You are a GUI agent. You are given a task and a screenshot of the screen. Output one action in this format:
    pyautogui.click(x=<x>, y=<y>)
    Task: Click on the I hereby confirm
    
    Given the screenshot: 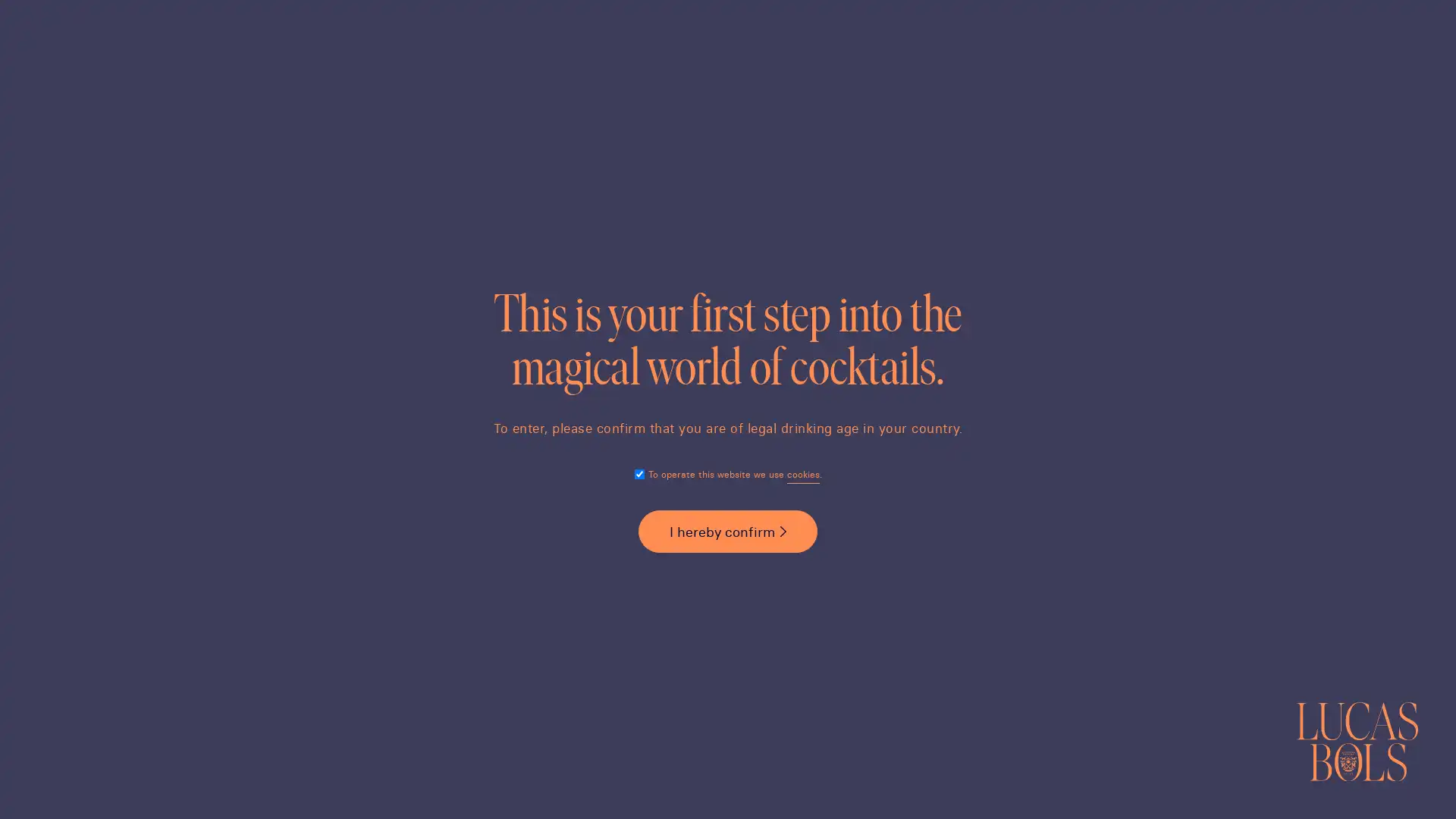 What is the action you would take?
    pyautogui.click(x=728, y=531)
    